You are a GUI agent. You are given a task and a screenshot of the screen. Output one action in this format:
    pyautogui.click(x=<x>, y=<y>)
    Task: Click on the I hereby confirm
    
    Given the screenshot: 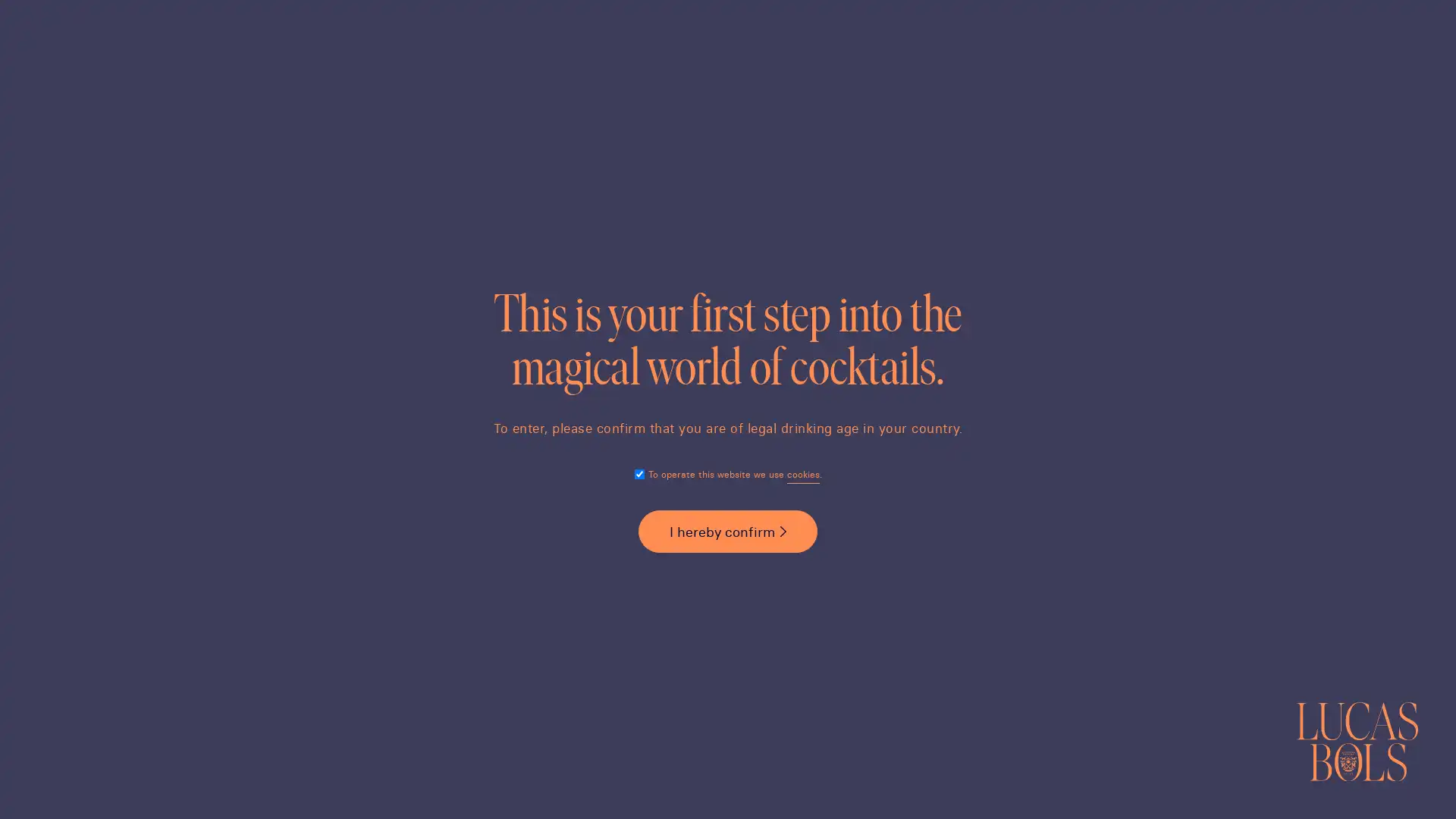 What is the action you would take?
    pyautogui.click(x=728, y=531)
    